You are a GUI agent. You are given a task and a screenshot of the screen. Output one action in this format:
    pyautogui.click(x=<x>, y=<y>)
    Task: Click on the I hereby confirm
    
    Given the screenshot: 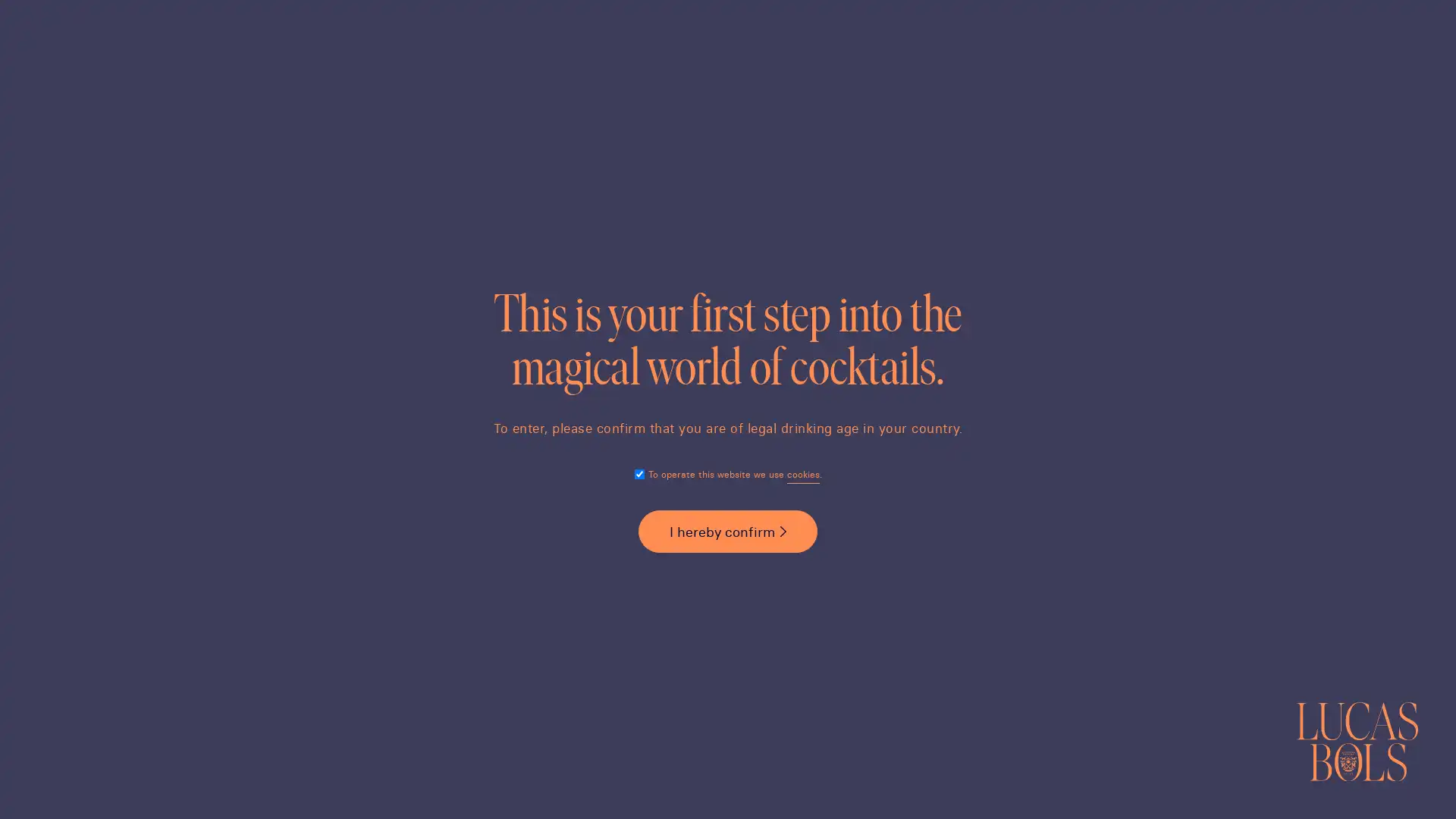 What is the action you would take?
    pyautogui.click(x=728, y=531)
    